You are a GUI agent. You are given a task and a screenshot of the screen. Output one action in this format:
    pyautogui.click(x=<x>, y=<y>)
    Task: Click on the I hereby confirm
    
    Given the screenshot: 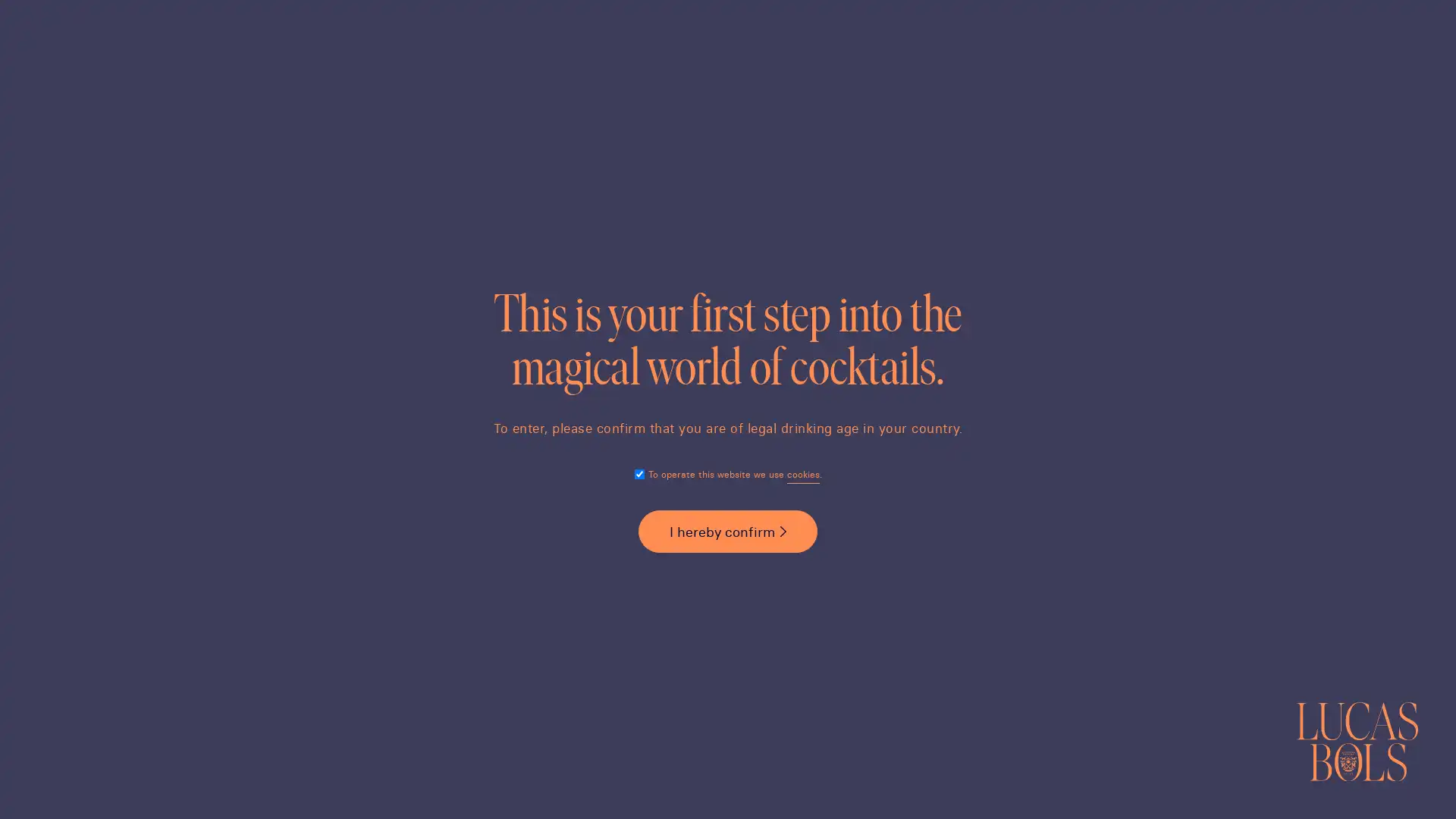 What is the action you would take?
    pyautogui.click(x=728, y=531)
    